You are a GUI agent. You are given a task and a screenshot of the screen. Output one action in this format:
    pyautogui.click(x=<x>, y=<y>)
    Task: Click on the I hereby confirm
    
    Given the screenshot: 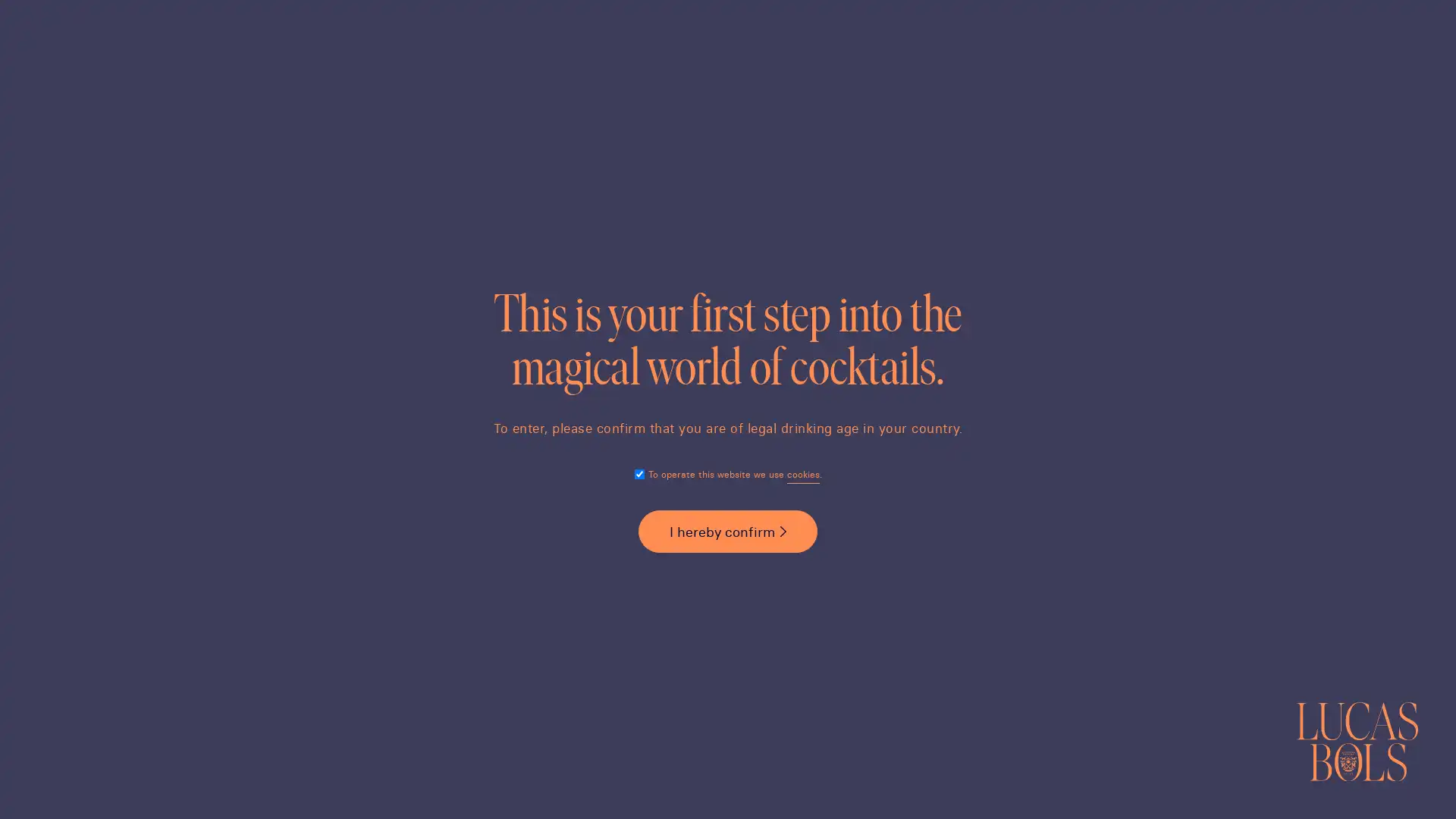 What is the action you would take?
    pyautogui.click(x=728, y=531)
    